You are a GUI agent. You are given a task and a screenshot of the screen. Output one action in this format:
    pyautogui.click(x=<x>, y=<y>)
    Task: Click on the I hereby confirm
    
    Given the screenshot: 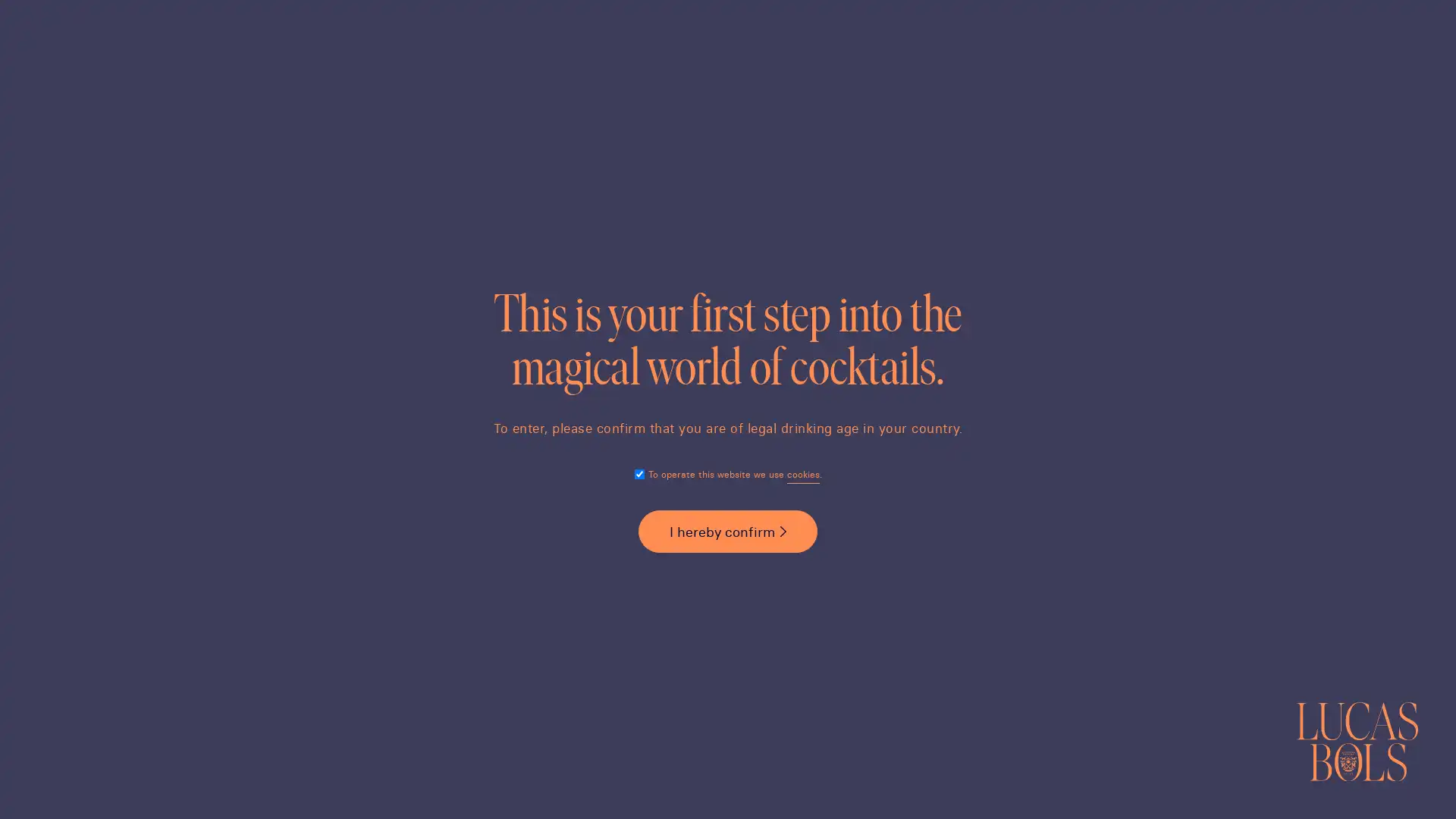 What is the action you would take?
    pyautogui.click(x=728, y=531)
    